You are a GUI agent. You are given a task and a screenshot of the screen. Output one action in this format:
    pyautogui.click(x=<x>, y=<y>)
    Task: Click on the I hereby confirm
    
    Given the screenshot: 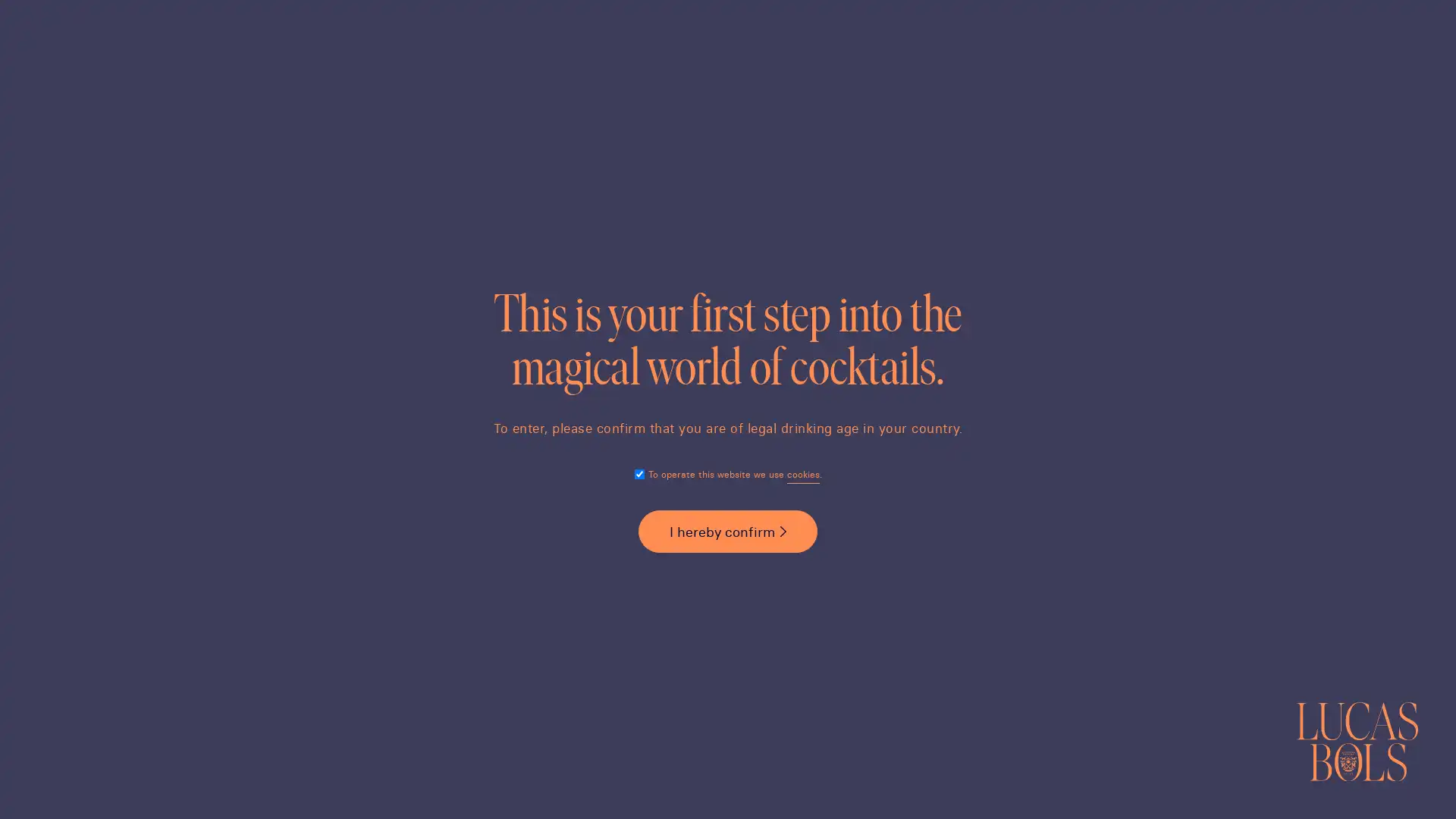 What is the action you would take?
    pyautogui.click(x=728, y=531)
    